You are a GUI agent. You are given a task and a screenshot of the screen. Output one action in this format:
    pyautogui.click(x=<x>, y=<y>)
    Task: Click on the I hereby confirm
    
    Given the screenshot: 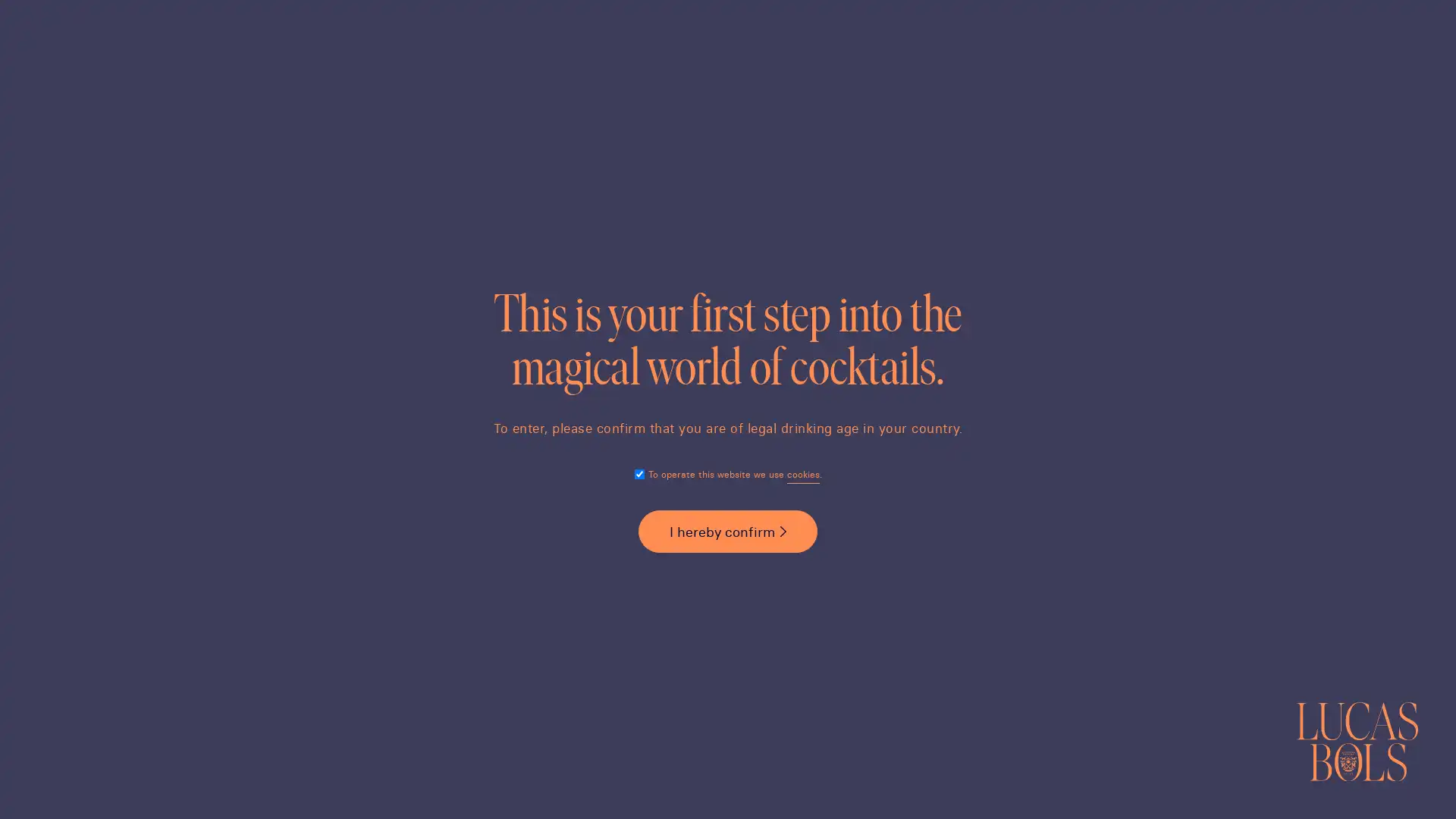 What is the action you would take?
    pyautogui.click(x=728, y=531)
    